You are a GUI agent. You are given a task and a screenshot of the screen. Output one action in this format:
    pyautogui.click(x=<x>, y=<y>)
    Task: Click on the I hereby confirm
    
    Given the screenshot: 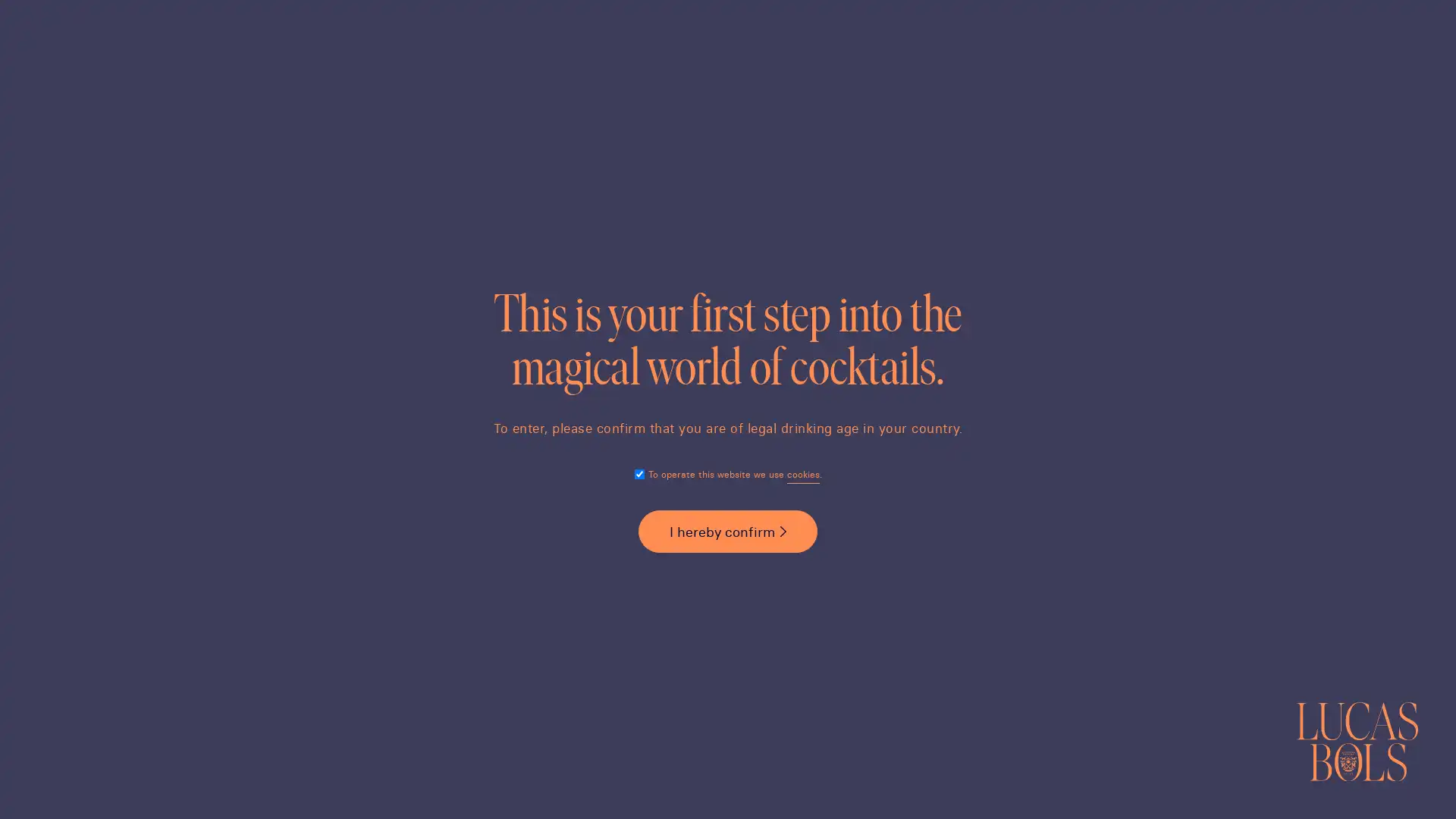 What is the action you would take?
    pyautogui.click(x=728, y=531)
    